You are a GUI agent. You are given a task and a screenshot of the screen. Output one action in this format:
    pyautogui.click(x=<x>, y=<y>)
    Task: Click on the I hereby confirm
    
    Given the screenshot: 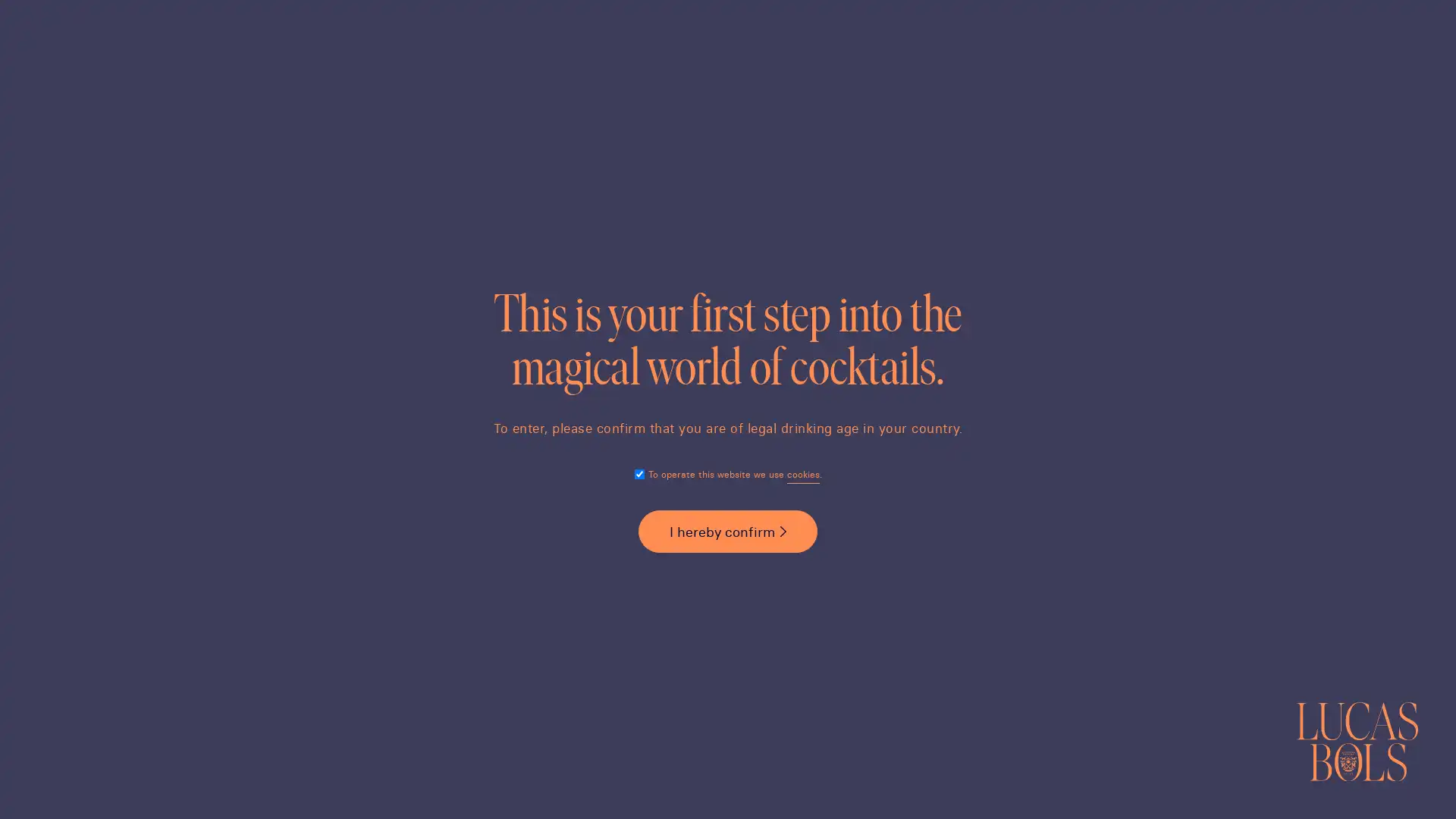 What is the action you would take?
    pyautogui.click(x=728, y=531)
    